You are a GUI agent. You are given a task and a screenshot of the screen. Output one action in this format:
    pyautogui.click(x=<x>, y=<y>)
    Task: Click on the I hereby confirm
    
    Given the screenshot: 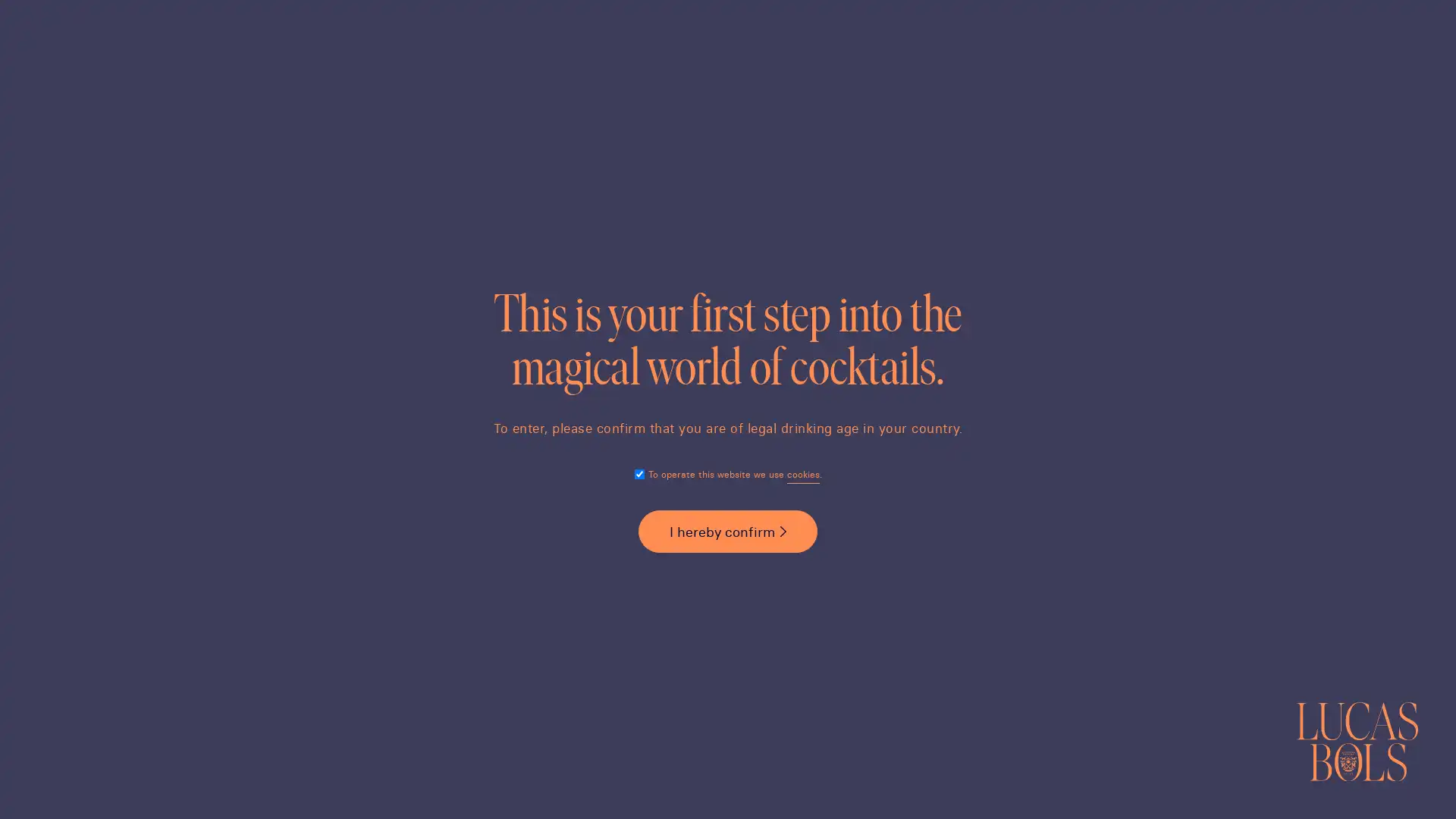 What is the action you would take?
    pyautogui.click(x=728, y=531)
    